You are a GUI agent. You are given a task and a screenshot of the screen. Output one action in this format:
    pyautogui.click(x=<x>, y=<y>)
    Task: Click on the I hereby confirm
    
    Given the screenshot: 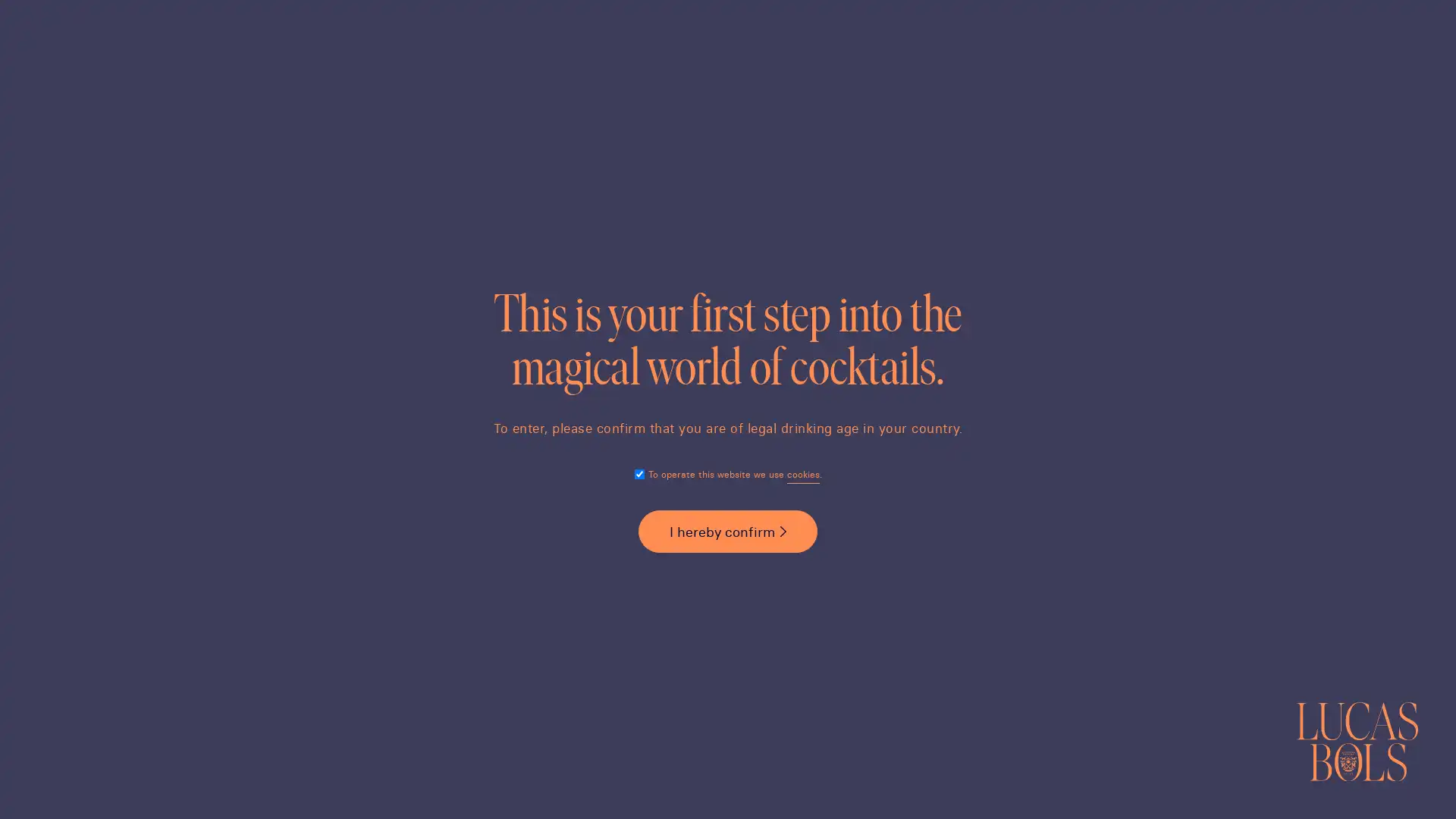 What is the action you would take?
    pyautogui.click(x=728, y=531)
    